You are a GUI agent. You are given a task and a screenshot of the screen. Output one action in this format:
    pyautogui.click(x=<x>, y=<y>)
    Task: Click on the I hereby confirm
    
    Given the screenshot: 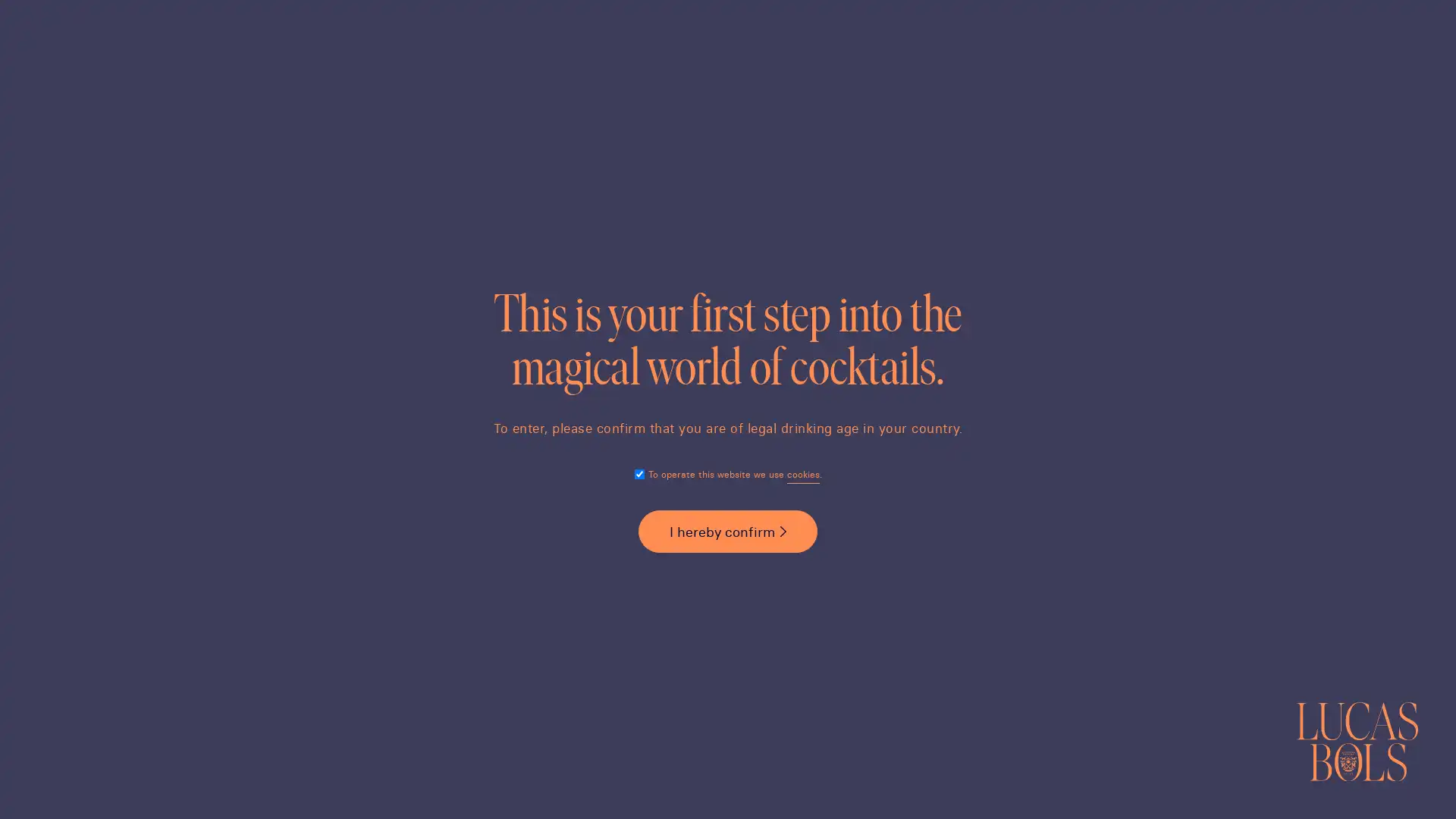 What is the action you would take?
    pyautogui.click(x=728, y=531)
    